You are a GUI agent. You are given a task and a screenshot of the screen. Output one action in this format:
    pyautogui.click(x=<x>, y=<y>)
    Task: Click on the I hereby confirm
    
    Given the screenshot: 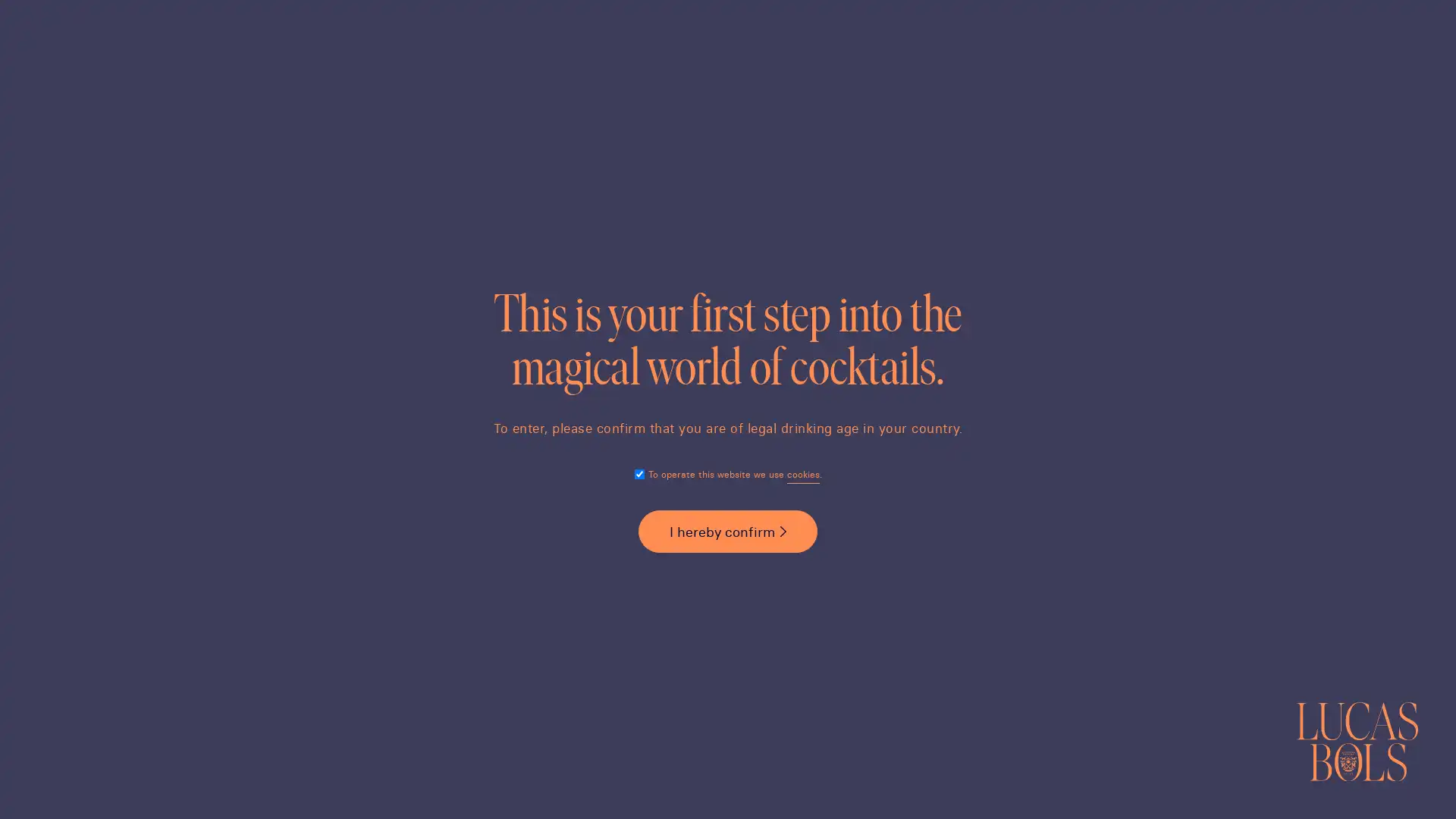 What is the action you would take?
    pyautogui.click(x=728, y=531)
    